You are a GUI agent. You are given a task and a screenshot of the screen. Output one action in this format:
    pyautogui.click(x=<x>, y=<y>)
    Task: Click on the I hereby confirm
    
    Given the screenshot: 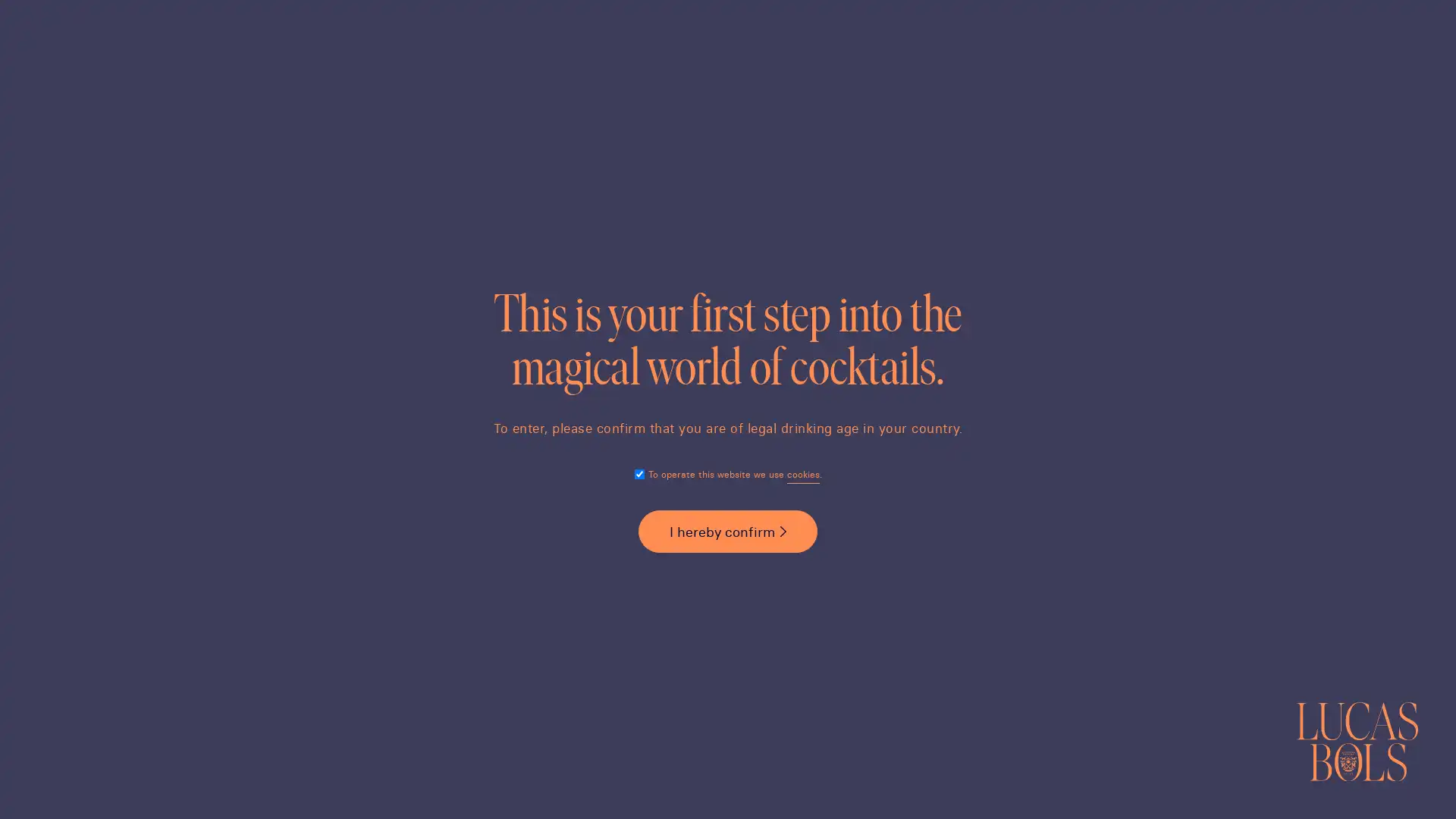 What is the action you would take?
    pyautogui.click(x=728, y=531)
    